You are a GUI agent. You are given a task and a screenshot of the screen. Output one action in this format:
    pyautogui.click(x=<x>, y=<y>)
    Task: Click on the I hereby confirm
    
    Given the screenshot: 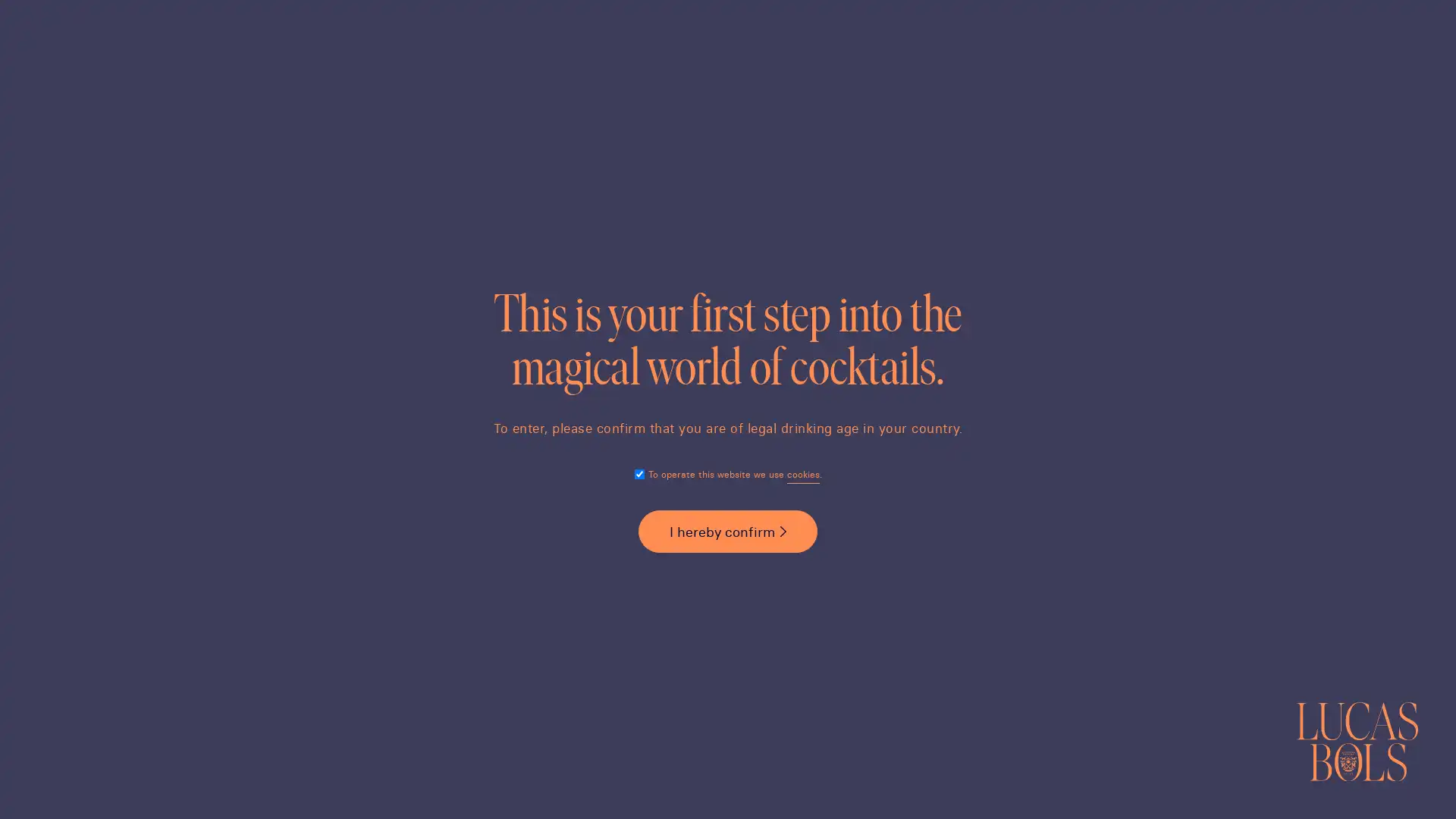 What is the action you would take?
    pyautogui.click(x=728, y=531)
    